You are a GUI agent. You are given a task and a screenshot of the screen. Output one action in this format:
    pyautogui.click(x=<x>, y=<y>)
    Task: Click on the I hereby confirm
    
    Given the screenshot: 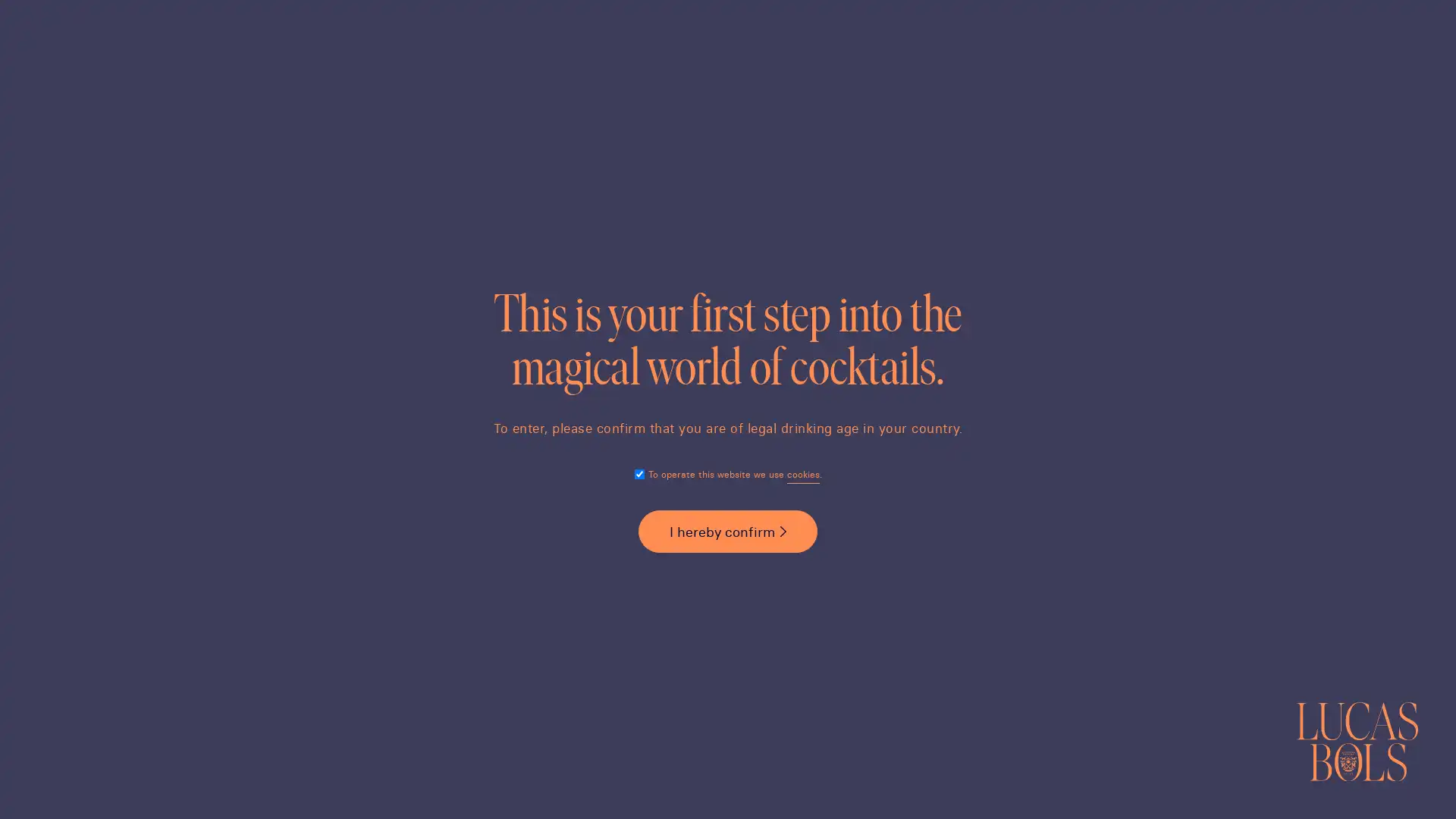 What is the action you would take?
    pyautogui.click(x=728, y=531)
    